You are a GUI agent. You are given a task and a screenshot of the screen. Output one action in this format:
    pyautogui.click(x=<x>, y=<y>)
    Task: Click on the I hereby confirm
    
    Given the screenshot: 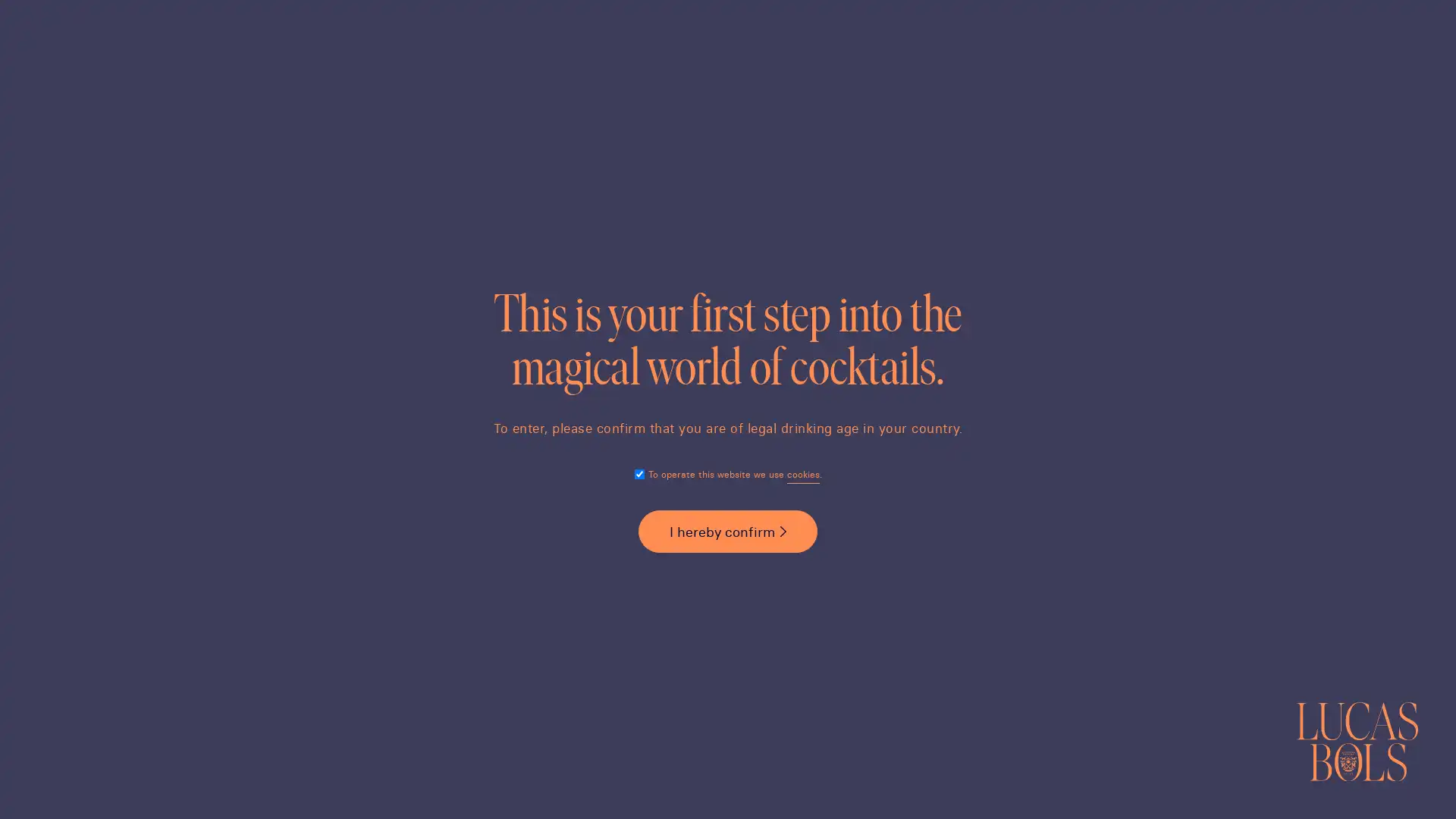 What is the action you would take?
    pyautogui.click(x=728, y=531)
    